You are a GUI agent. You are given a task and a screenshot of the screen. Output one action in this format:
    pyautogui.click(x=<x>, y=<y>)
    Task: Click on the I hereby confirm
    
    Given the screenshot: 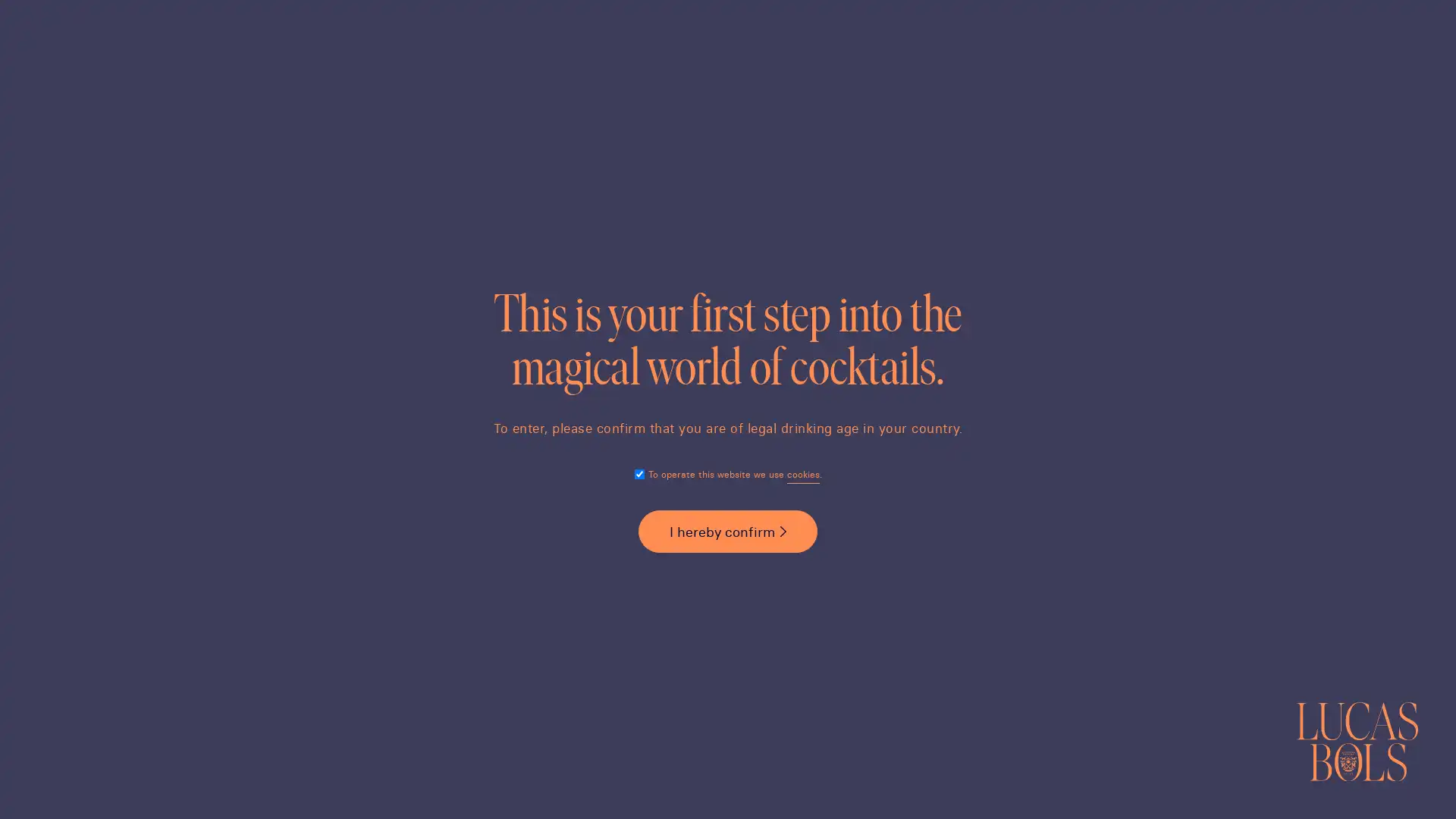 What is the action you would take?
    pyautogui.click(x=728, y=531)
    